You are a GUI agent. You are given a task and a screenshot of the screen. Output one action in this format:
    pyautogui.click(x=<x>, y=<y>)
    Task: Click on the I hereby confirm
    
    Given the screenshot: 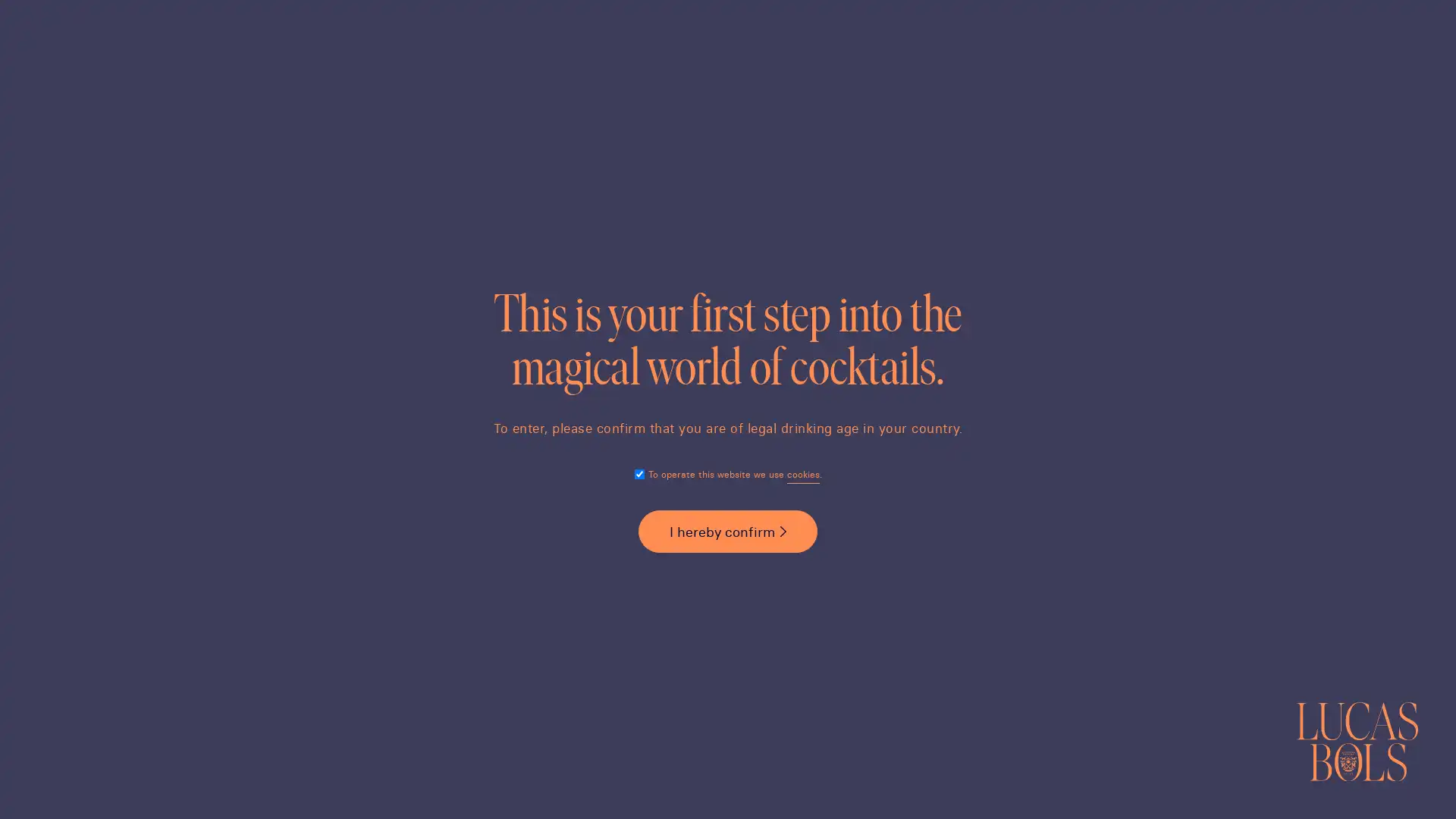 What is the action you would take?
    pyautogui.click(x=728, y=531)
    